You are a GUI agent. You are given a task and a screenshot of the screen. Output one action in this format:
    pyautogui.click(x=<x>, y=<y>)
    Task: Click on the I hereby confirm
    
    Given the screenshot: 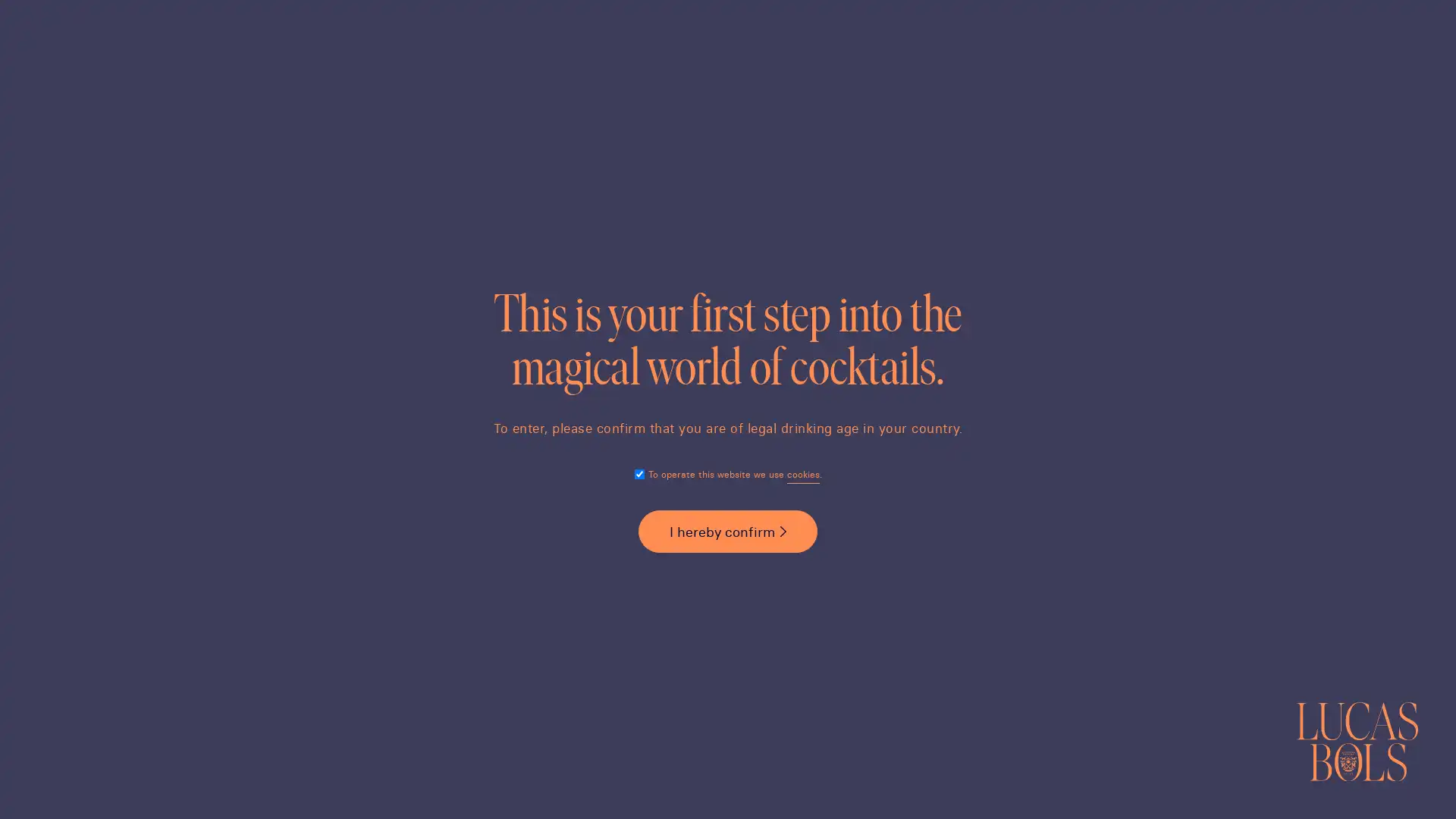 What is the action you would take?
    pyautogui.click(x=728, y=531)
    